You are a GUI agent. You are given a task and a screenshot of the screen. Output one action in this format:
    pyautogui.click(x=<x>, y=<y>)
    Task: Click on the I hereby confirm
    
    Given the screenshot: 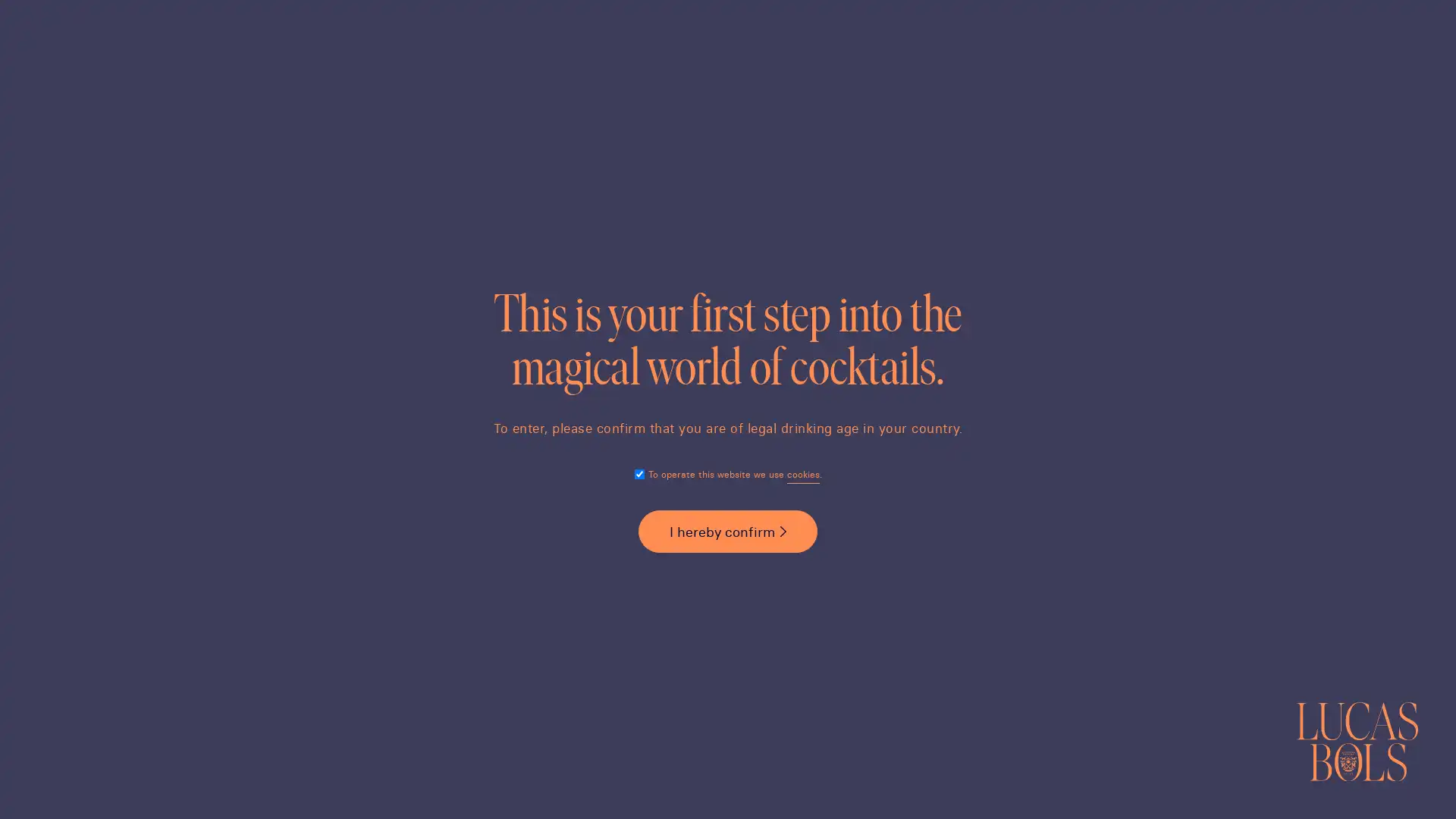 What is the action you would take?
    pyautogui.click(x=728, y=531)
    